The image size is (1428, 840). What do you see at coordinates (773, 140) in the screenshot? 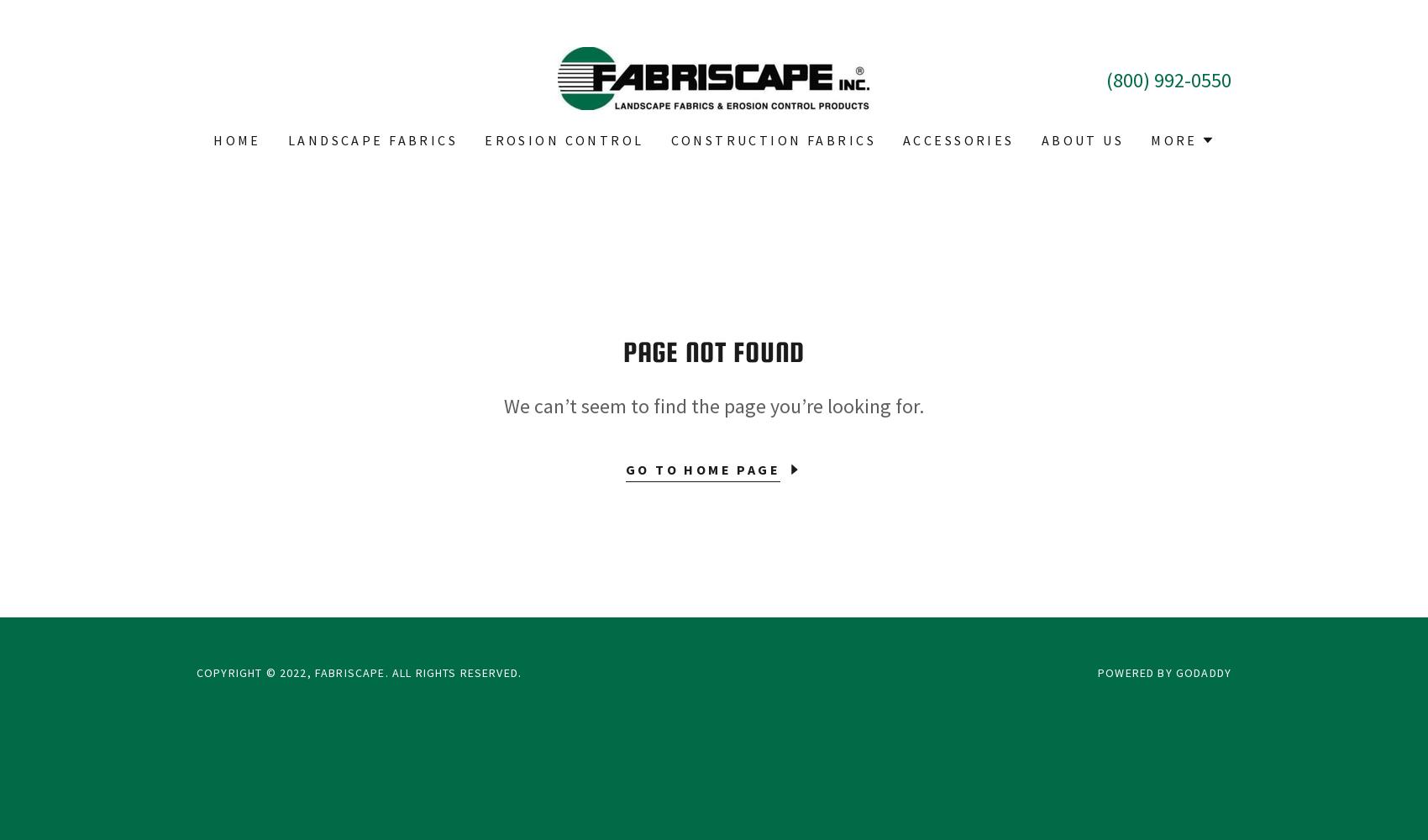
I see `'Construction Fabrics'` at bounding box center [773, 140].